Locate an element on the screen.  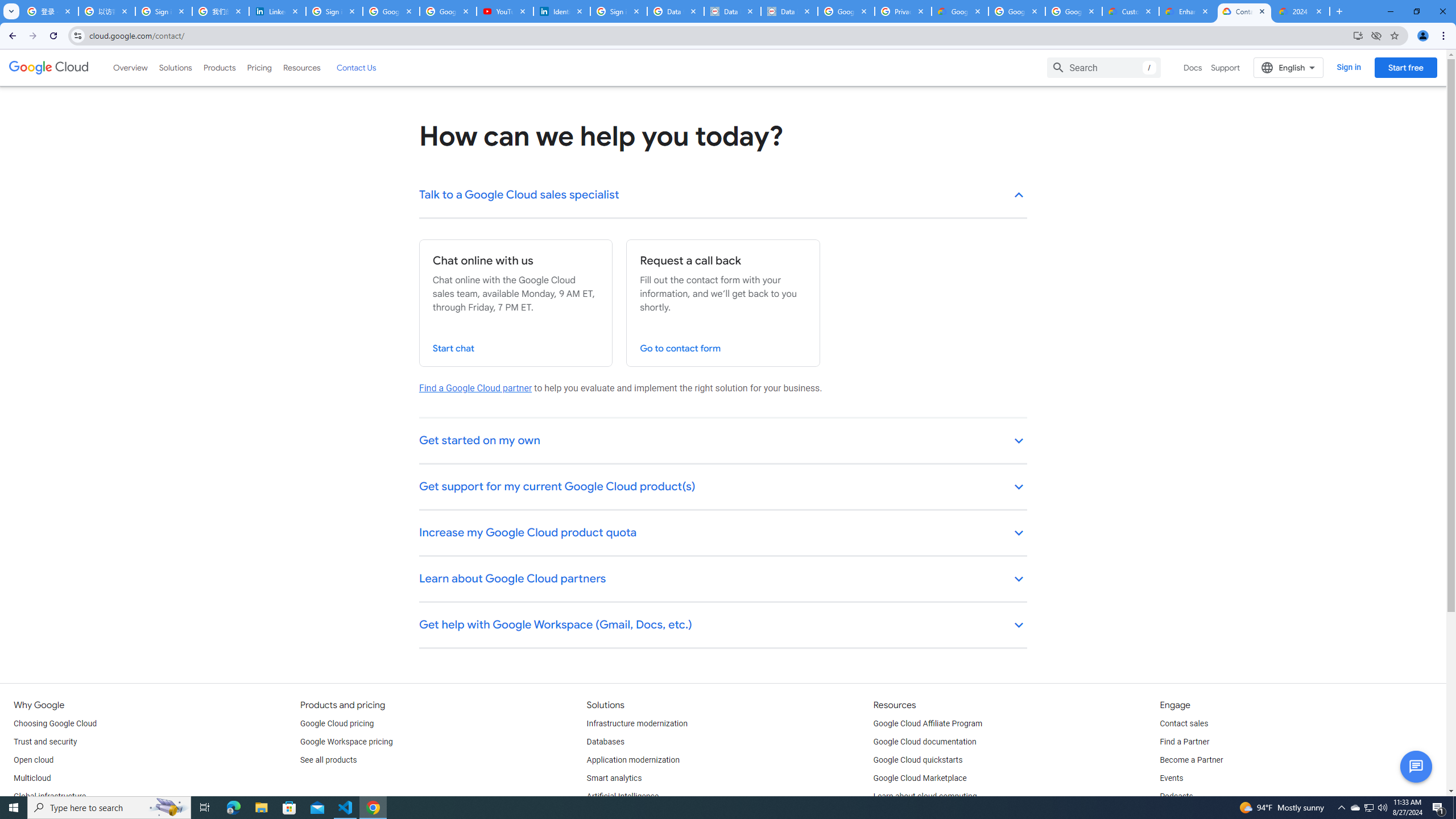
'Enhanced Support | Google Cloud' is located at coordinates (1187, 11).